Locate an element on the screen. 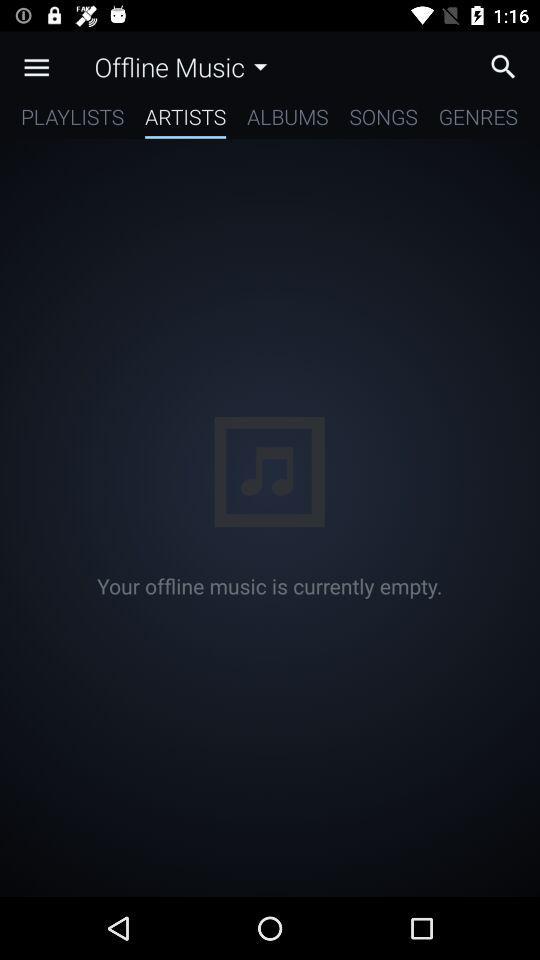 This screenshot has height=960, width=540. the icon next to offline music is located at coordinates (36, 67).